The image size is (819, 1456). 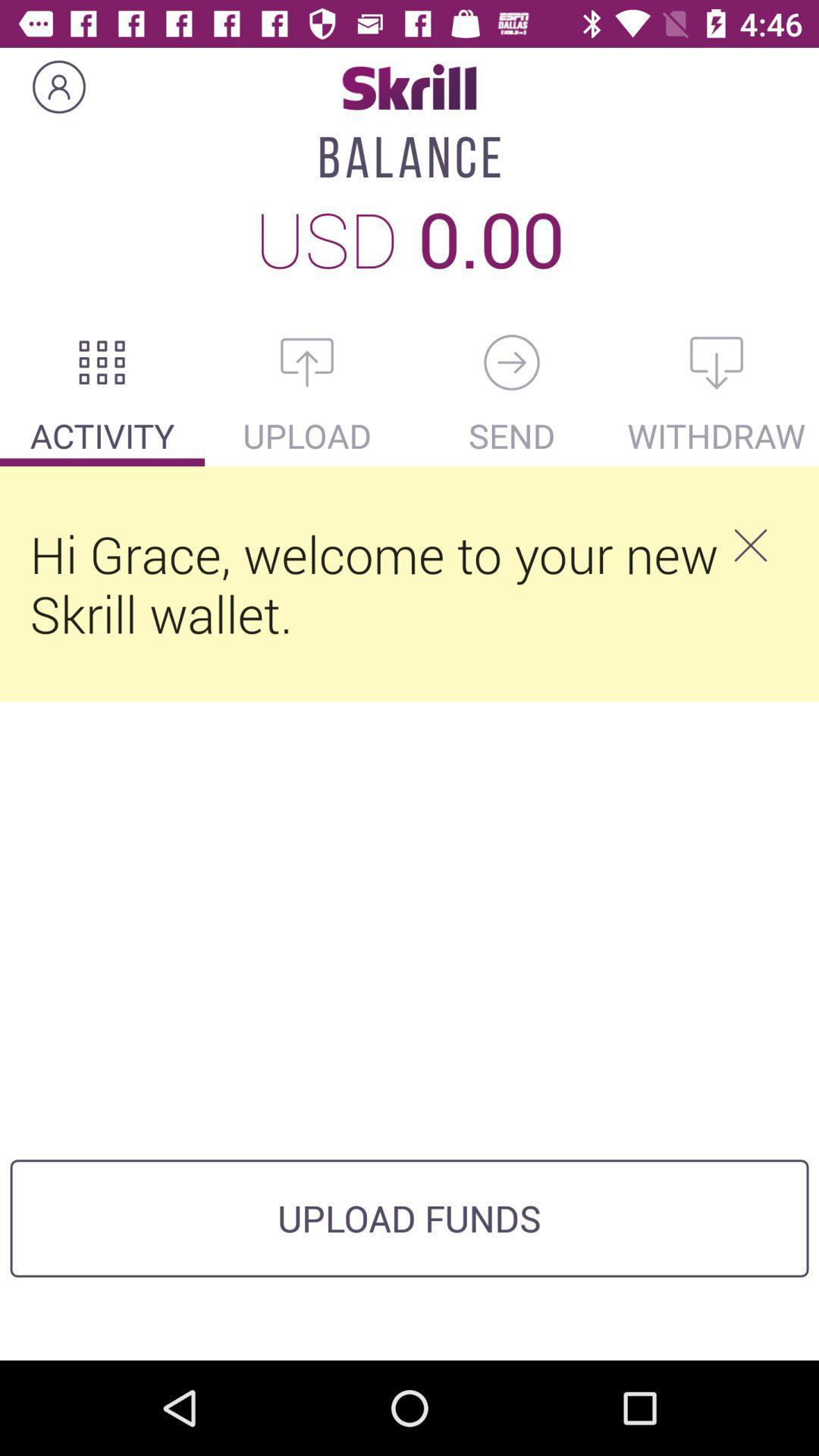 I want to click on item above withdraw item, so click(x=717, y=362).